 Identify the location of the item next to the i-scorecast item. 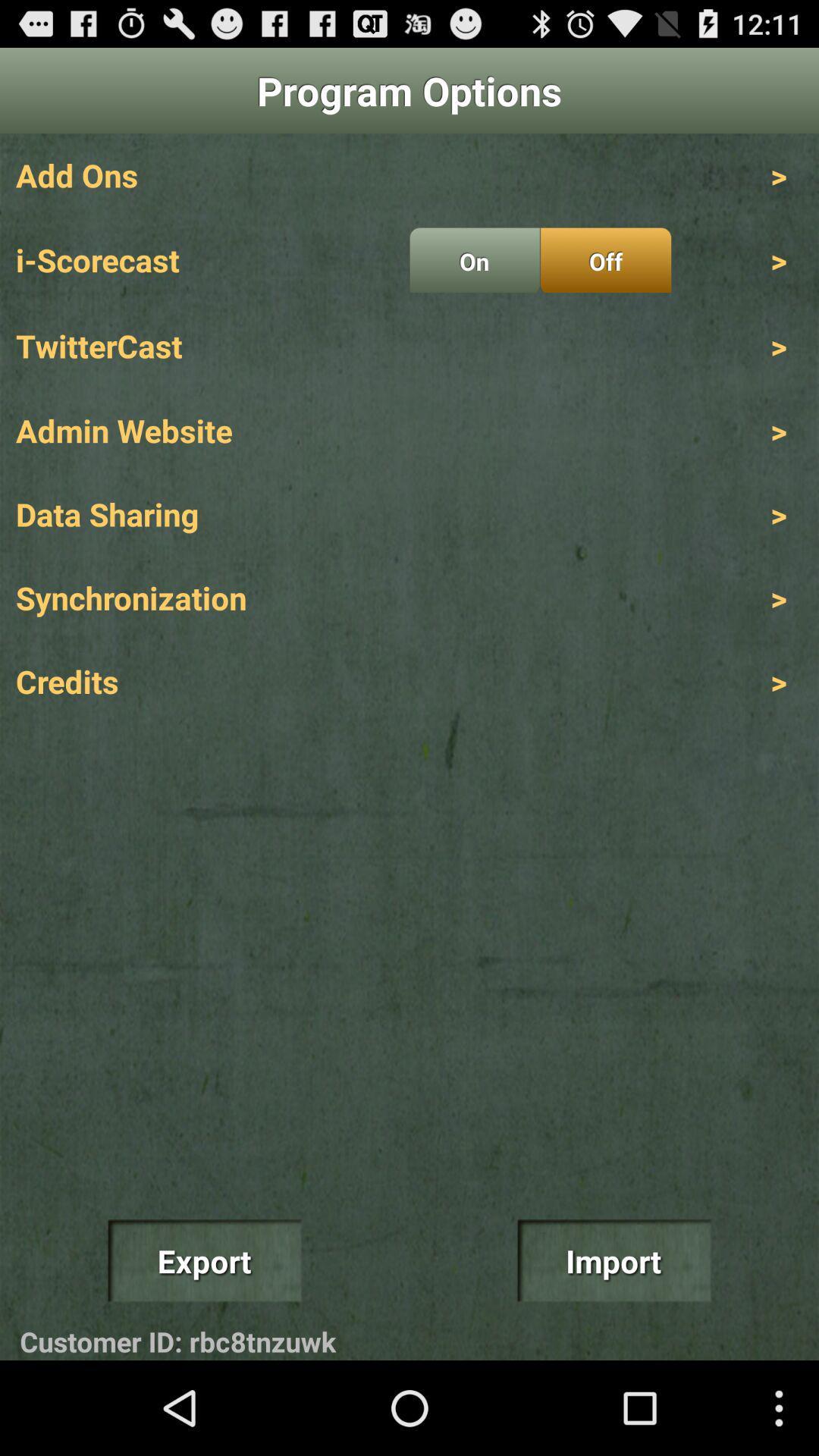
(474, 260).